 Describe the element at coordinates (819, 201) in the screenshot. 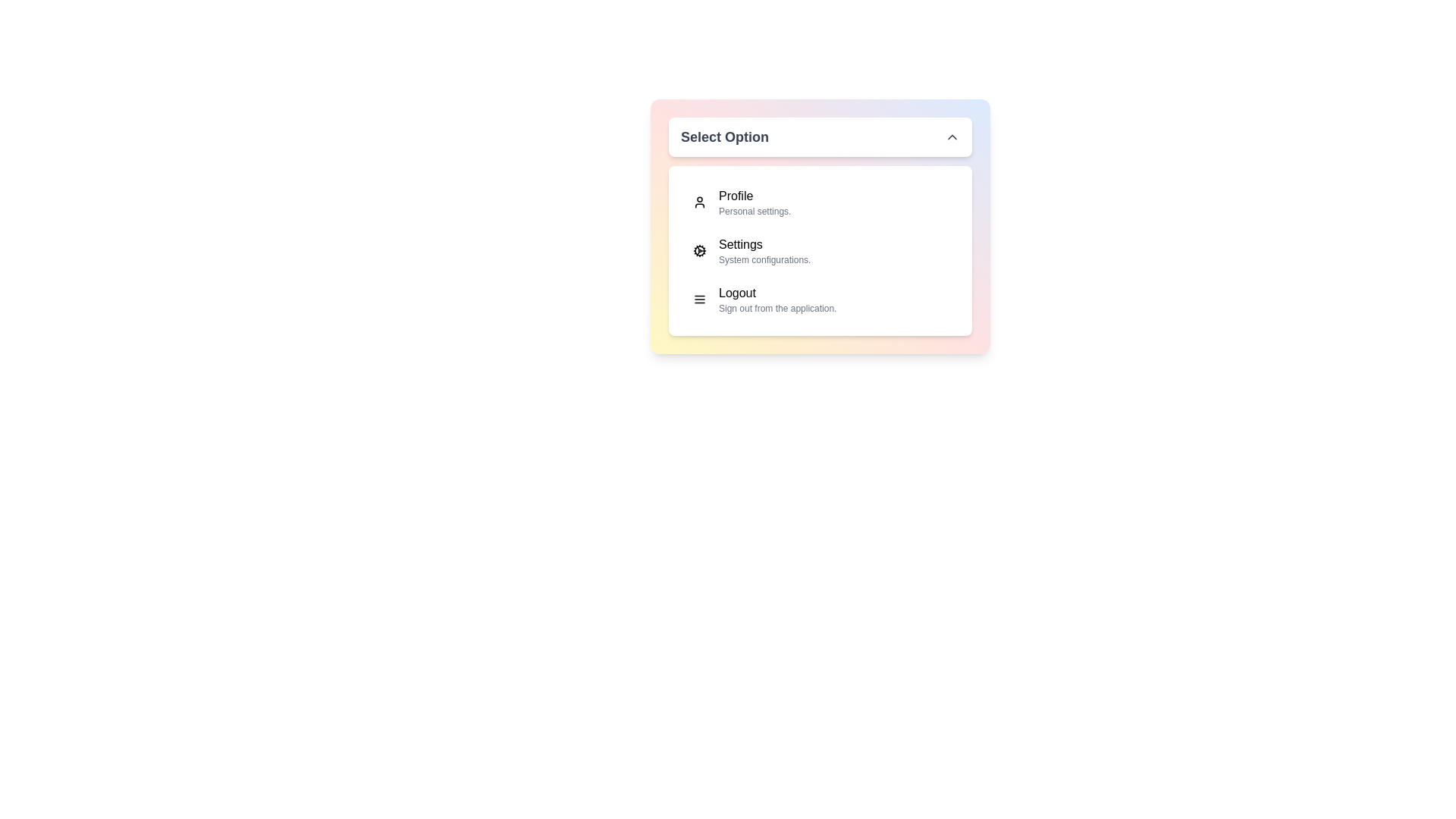

I see `the menu item corresponding to Profile to select it` at that location.